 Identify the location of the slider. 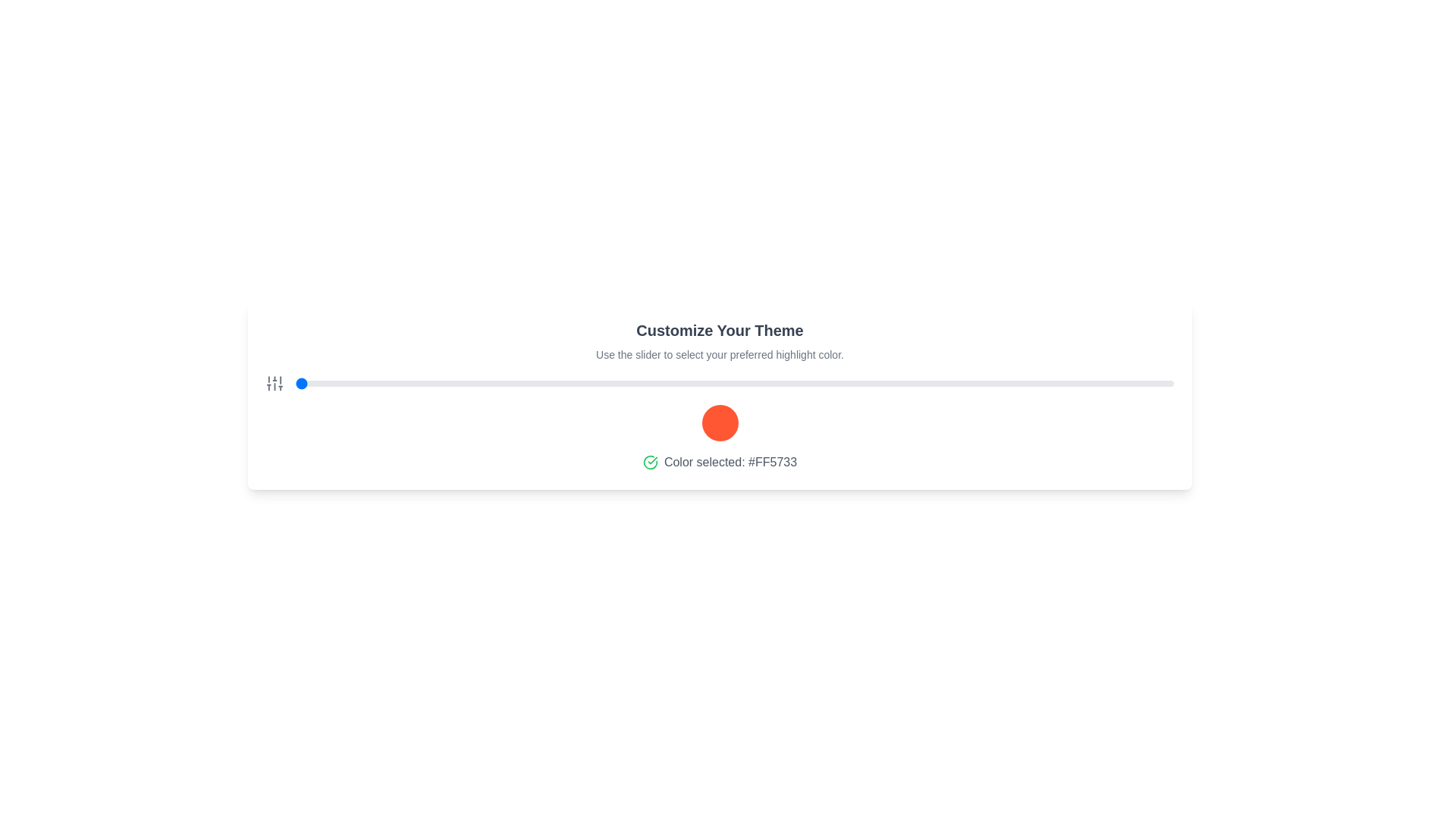
(1080, 382).